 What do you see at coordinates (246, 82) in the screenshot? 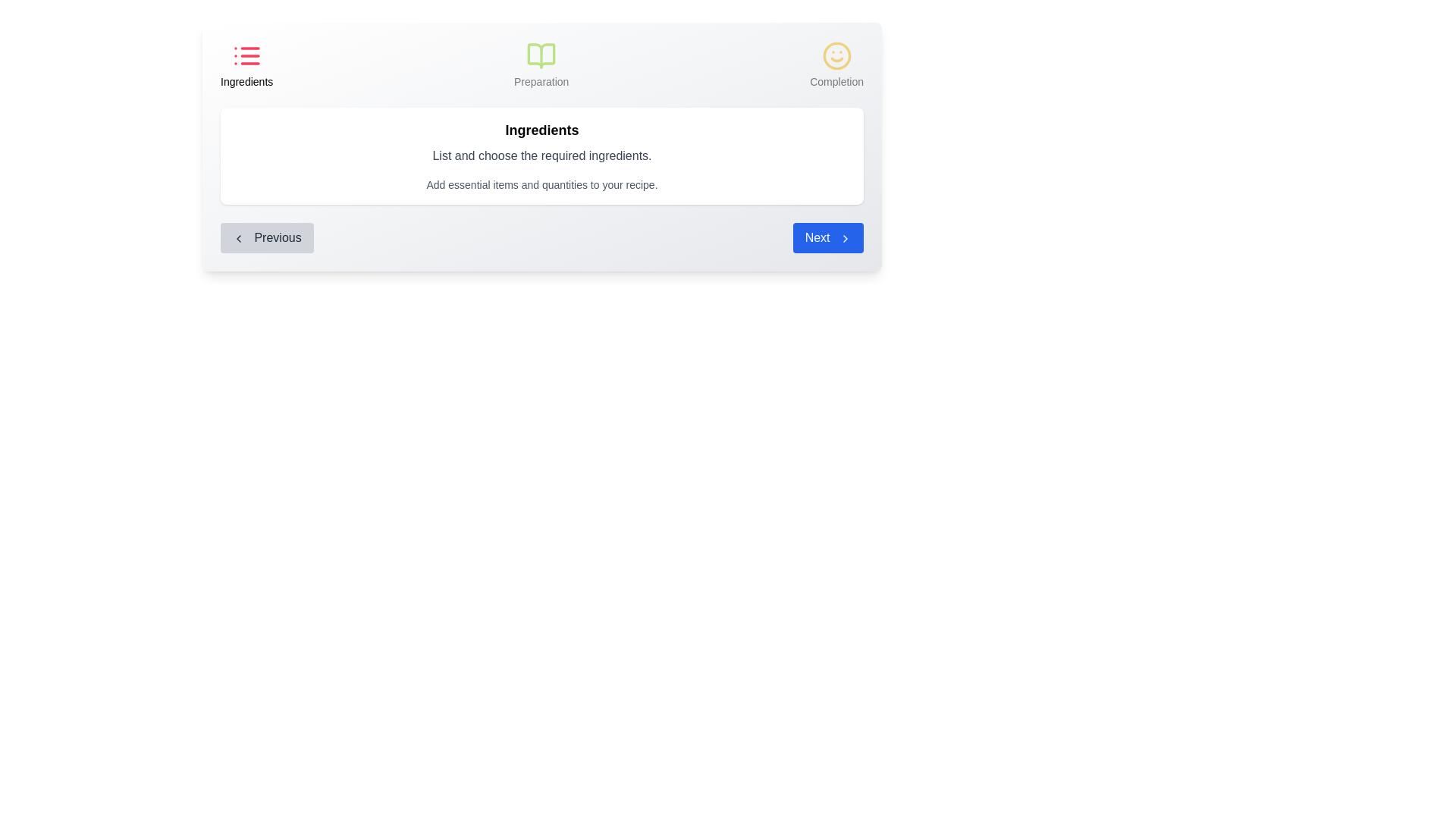
I see `text label displaying 'Ingredients' located below the list icon in the top-left corner of the interface` at bounding box center [246, 82].